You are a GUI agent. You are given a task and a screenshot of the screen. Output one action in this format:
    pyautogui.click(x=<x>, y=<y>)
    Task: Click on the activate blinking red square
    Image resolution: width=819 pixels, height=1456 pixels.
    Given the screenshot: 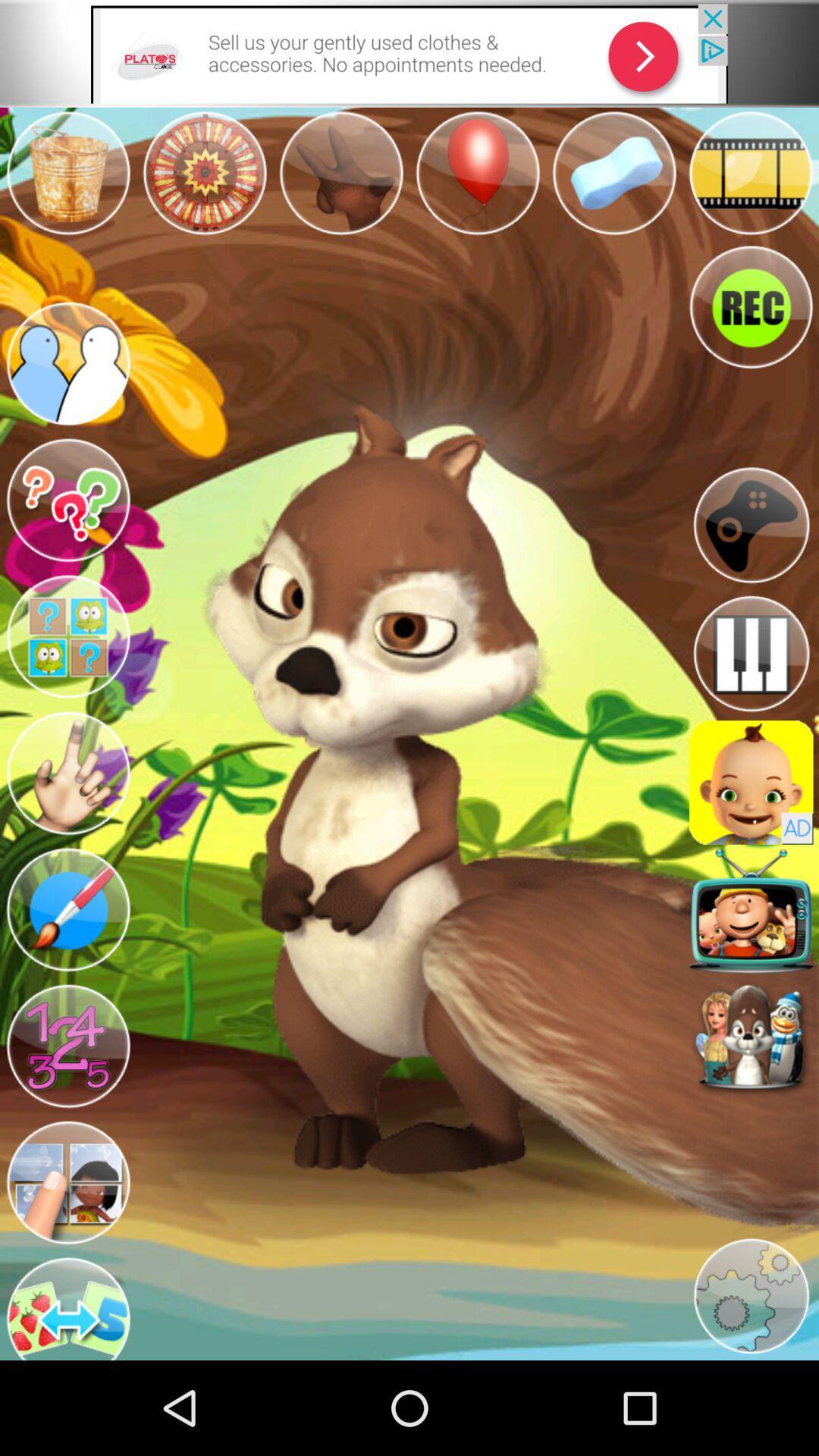 What is the action you would take?
    pyautogui.click(x=751, y=910)
    